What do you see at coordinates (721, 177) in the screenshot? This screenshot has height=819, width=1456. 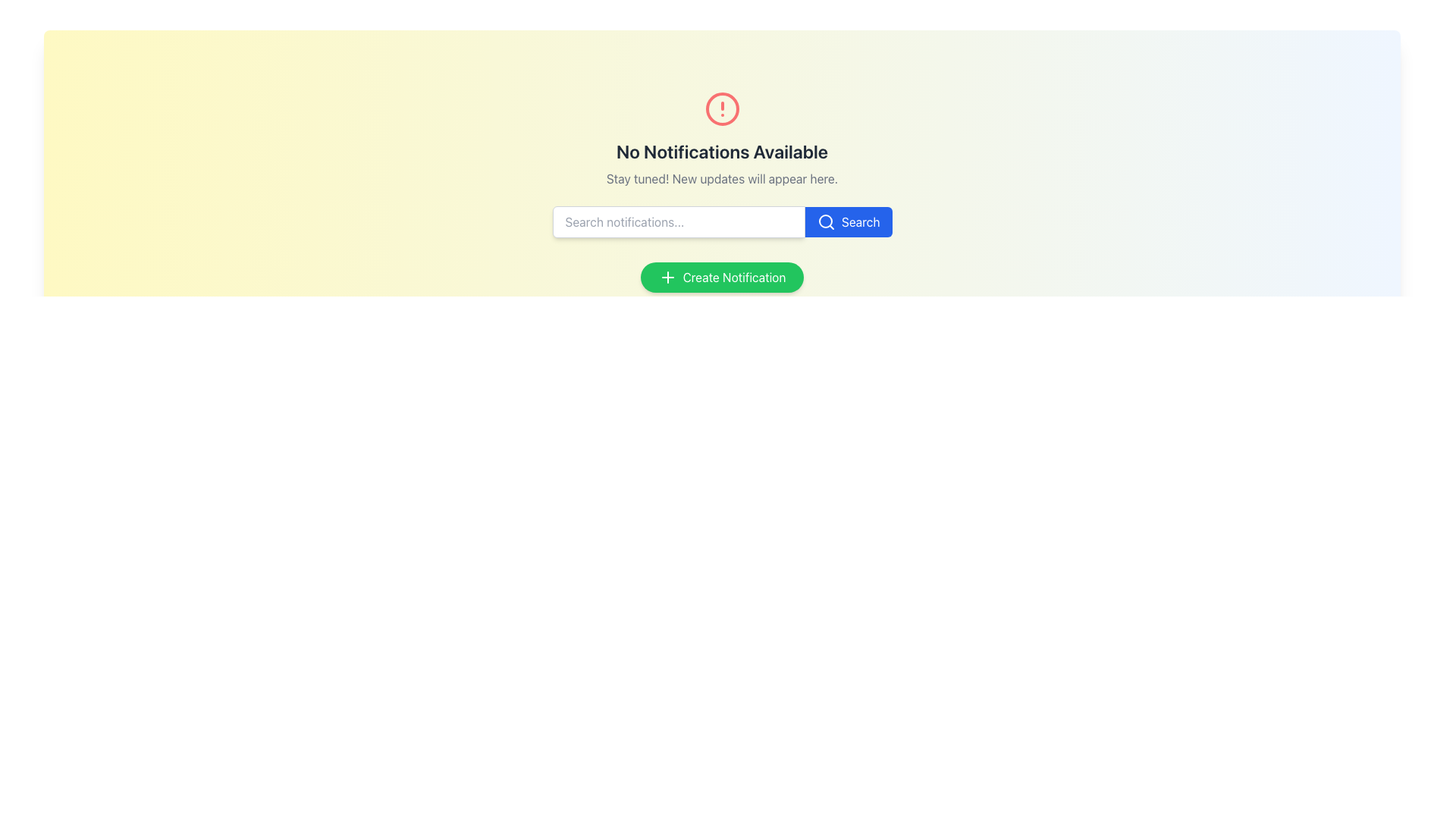 I see `the informational text label that indicates future updates will be displayed in this section, positioned beneath the 'No Notifications Available' message` at bounding box center [721, 177].